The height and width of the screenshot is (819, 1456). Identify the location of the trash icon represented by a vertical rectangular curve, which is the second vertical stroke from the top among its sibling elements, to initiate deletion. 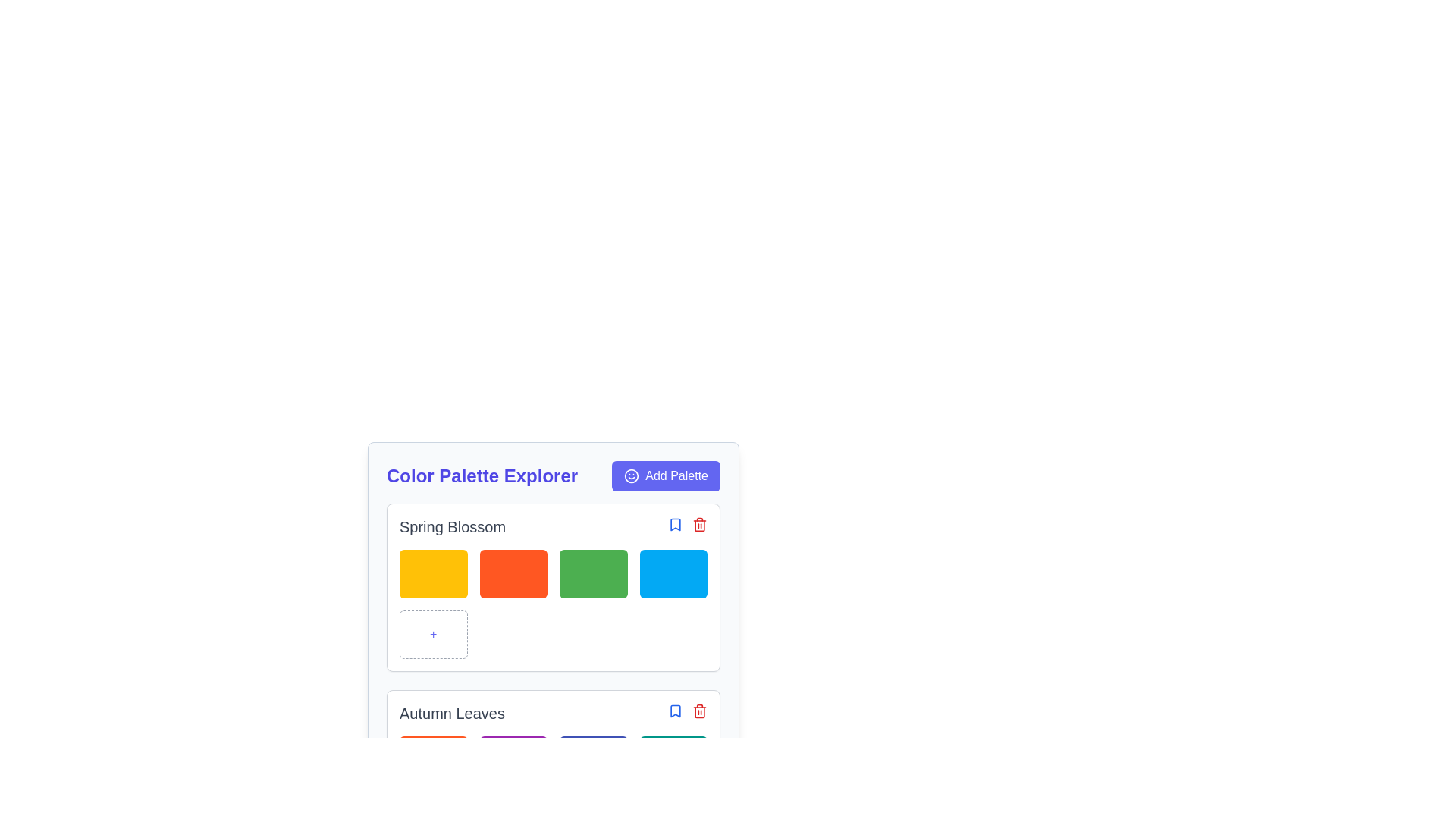
(698, 711).